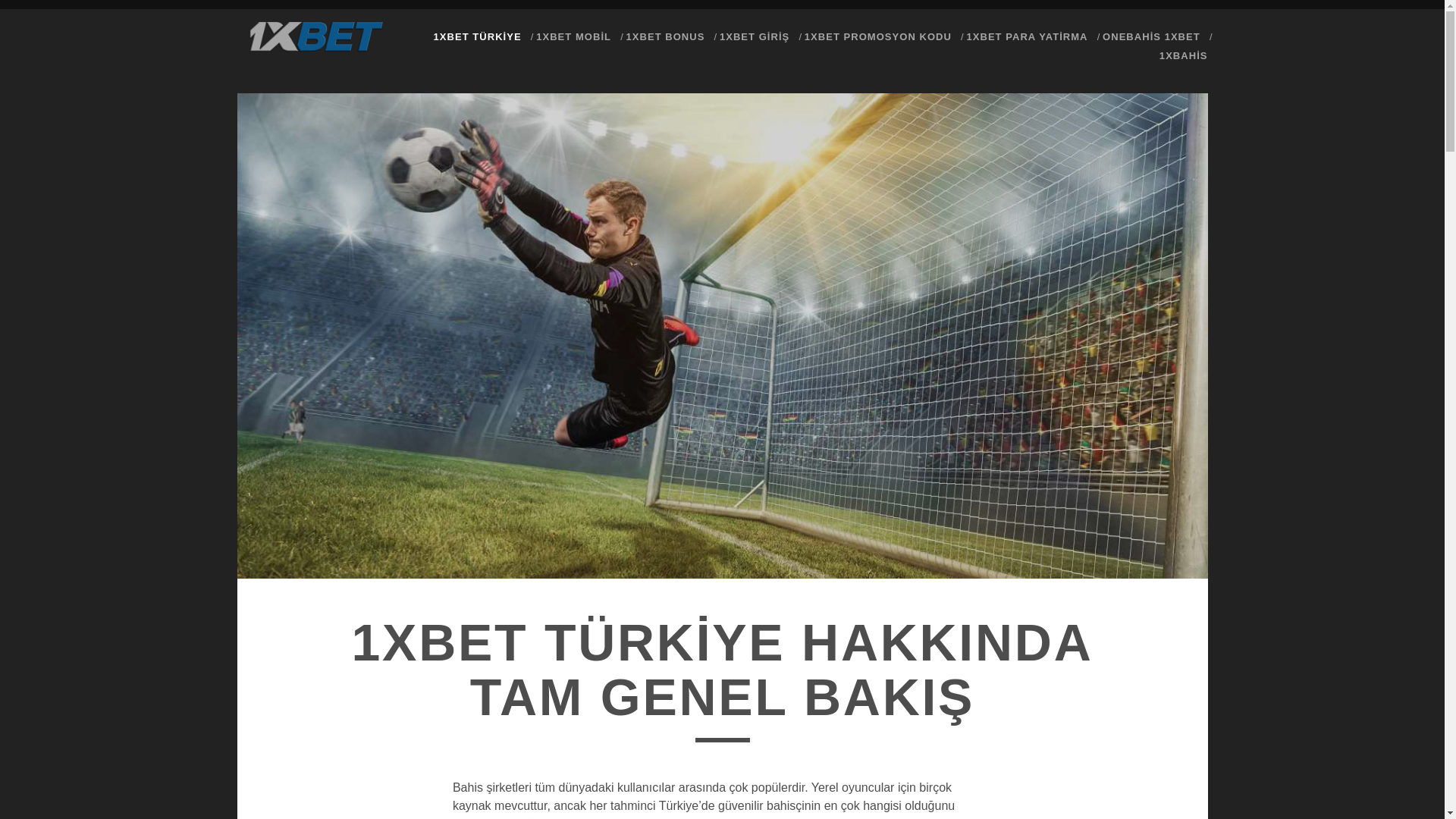 The height and width of the screenshot is (819, 1456). Describe the element at coordinates (666, 36) in the screenshot. I see `'1XBET BONUS'` at that location.